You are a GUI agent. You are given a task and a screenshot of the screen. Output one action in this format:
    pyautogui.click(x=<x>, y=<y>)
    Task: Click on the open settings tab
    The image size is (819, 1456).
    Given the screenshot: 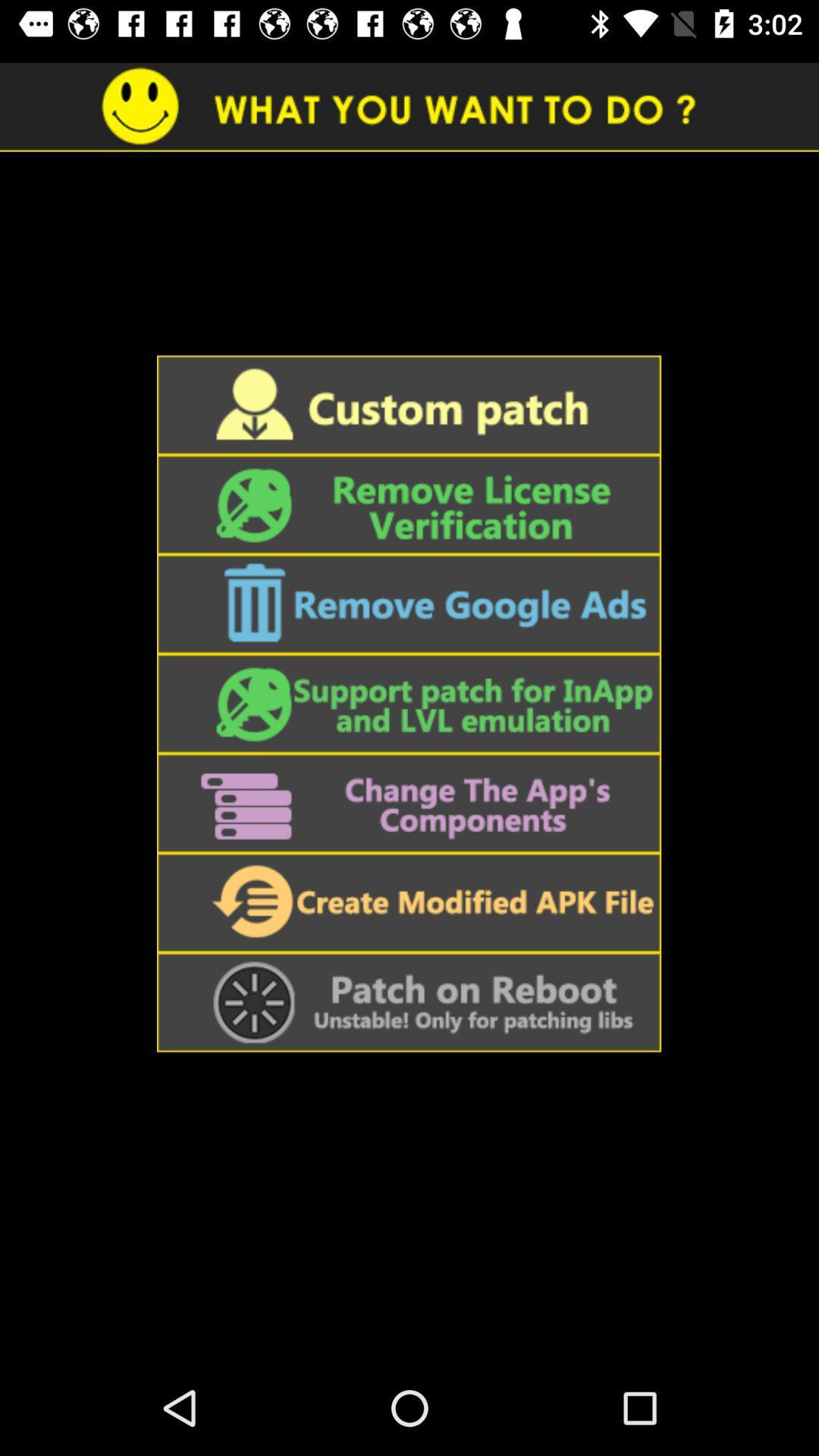 What is the action you would take?
    pyautogui.click(x=408, y=802)
    